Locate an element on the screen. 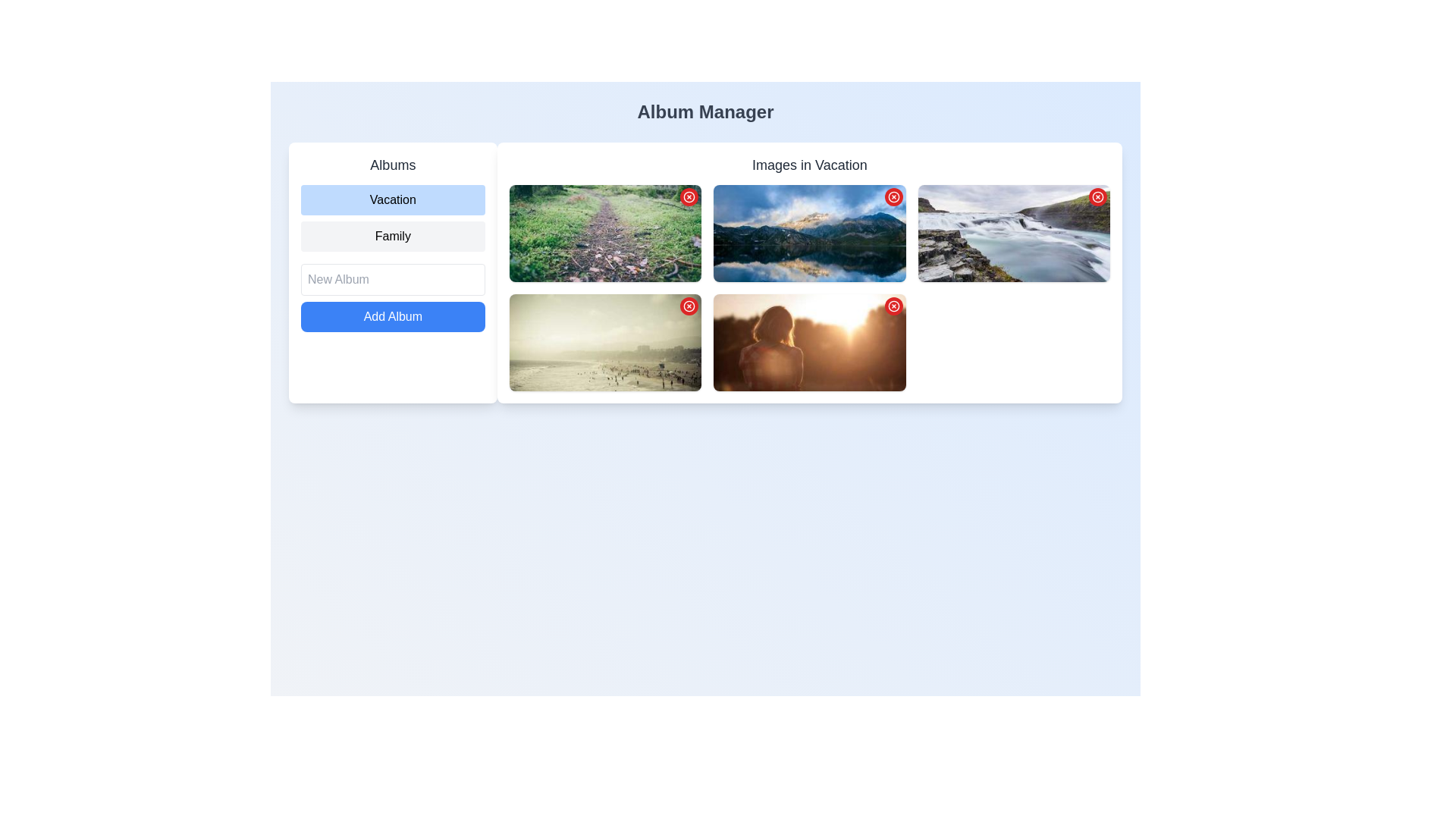  text content of the 'Album Manager' title, which is a bold and large text-based UI component centrally positioned at the top of the interface is located at coordinates (704, 111).